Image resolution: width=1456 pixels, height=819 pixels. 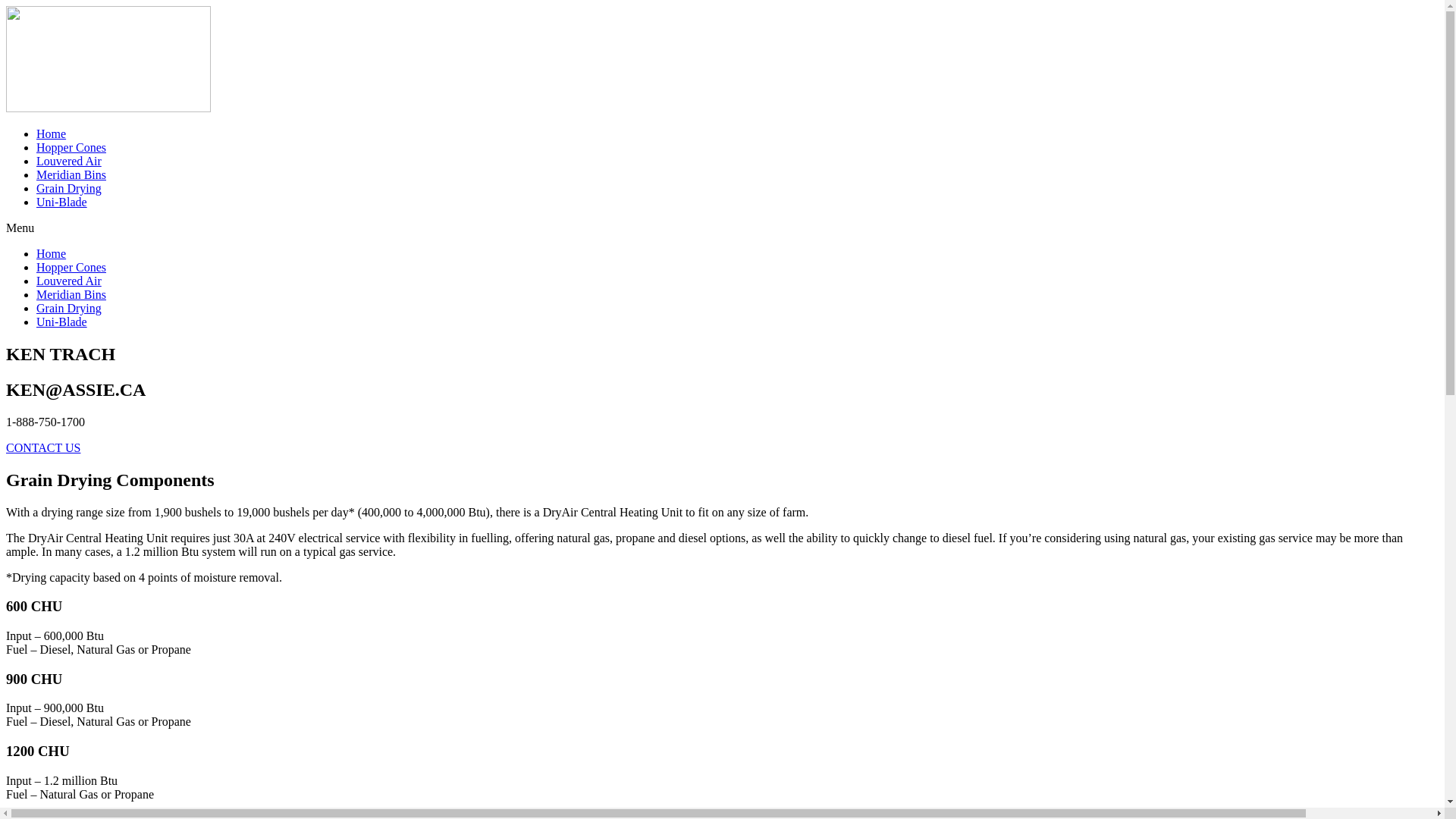 What do you see at coordinates (71, 266) in the screenshot?
I see `'Hopper Cones'` at bounding box center [71, 266].